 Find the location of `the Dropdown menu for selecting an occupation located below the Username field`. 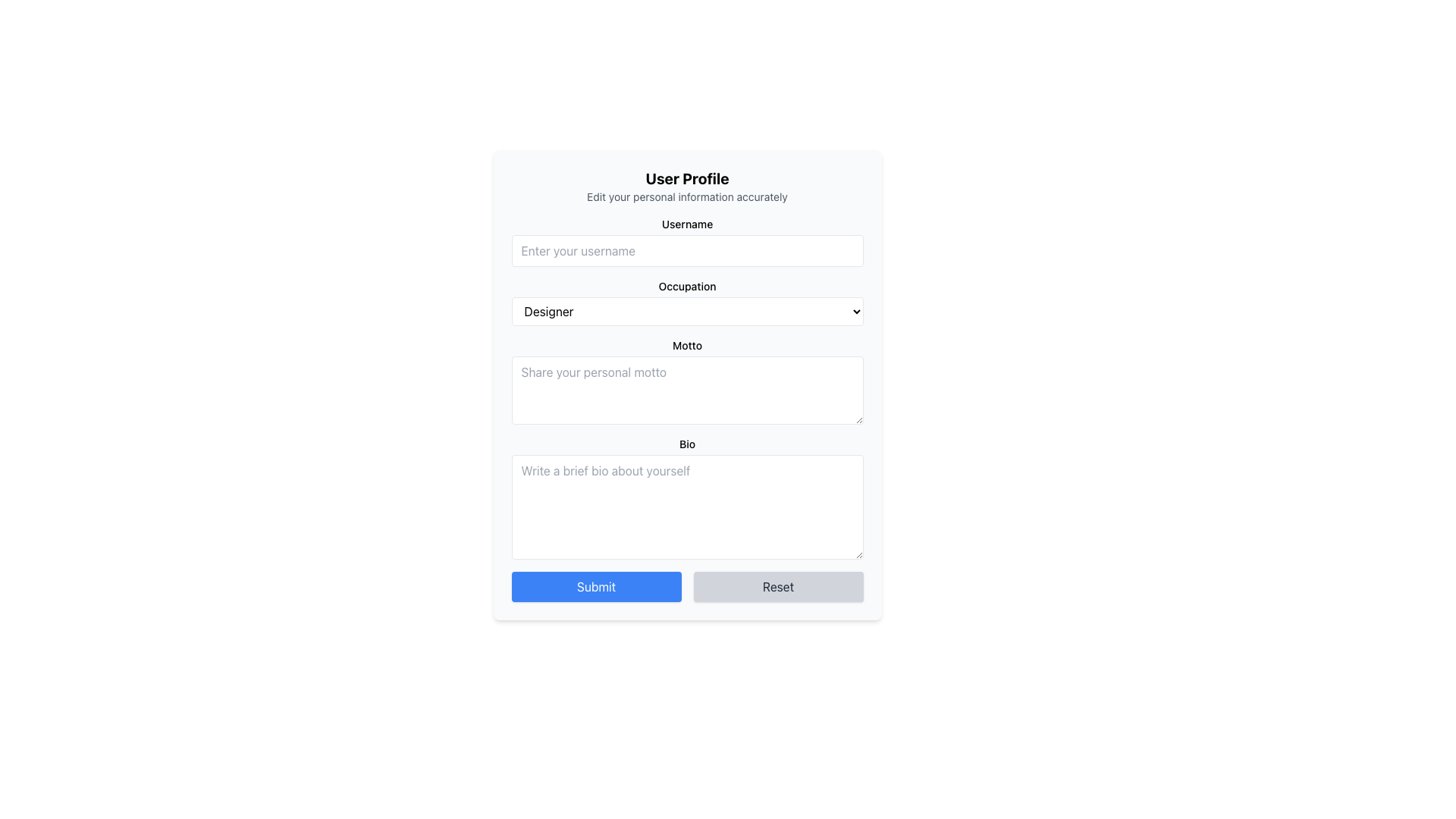

the Dropdown menu for selecting an occupation located below the Username field is located at coordinates (686, 302).